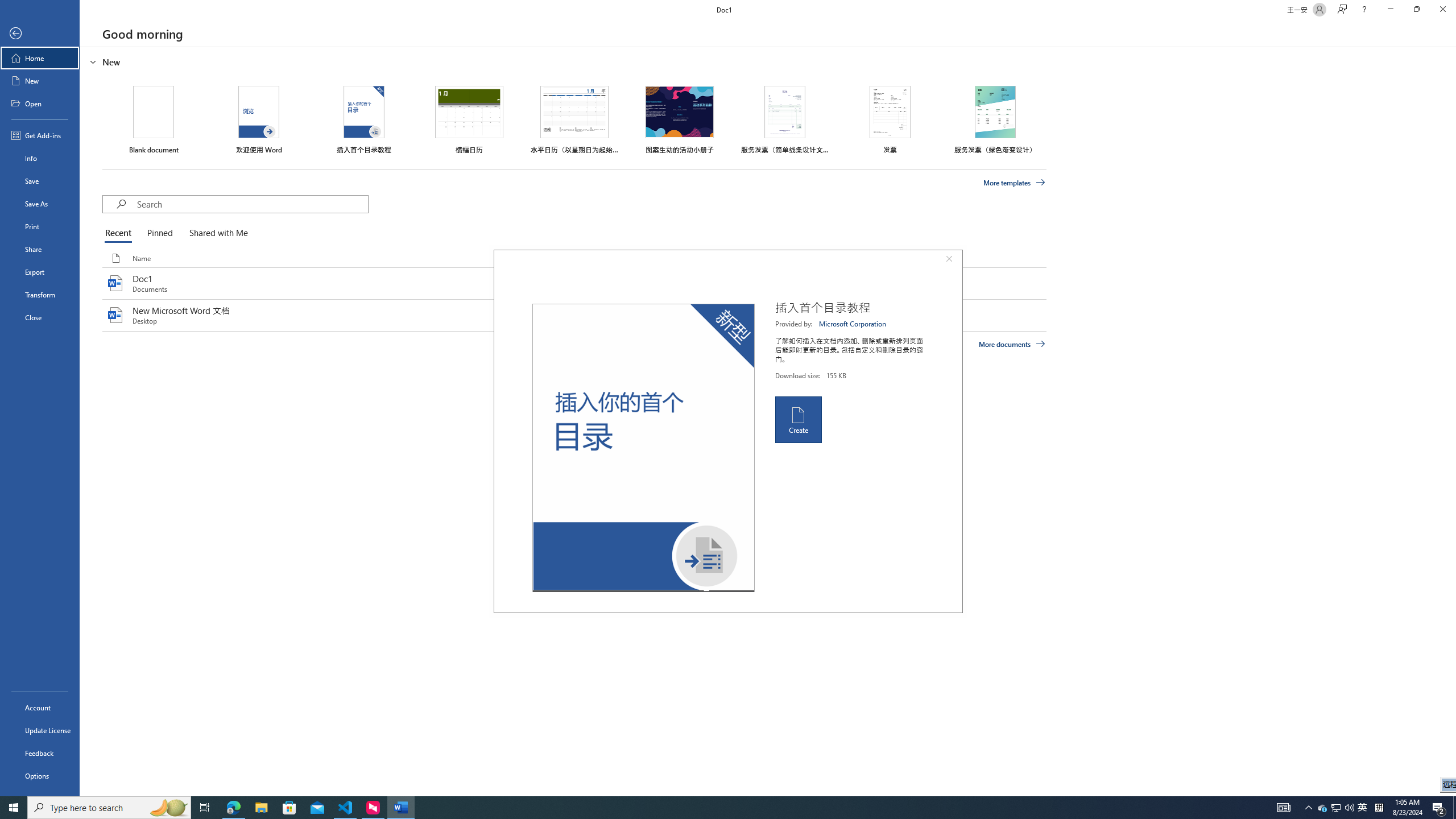  I want to click on 'Export', so click(39, 272).